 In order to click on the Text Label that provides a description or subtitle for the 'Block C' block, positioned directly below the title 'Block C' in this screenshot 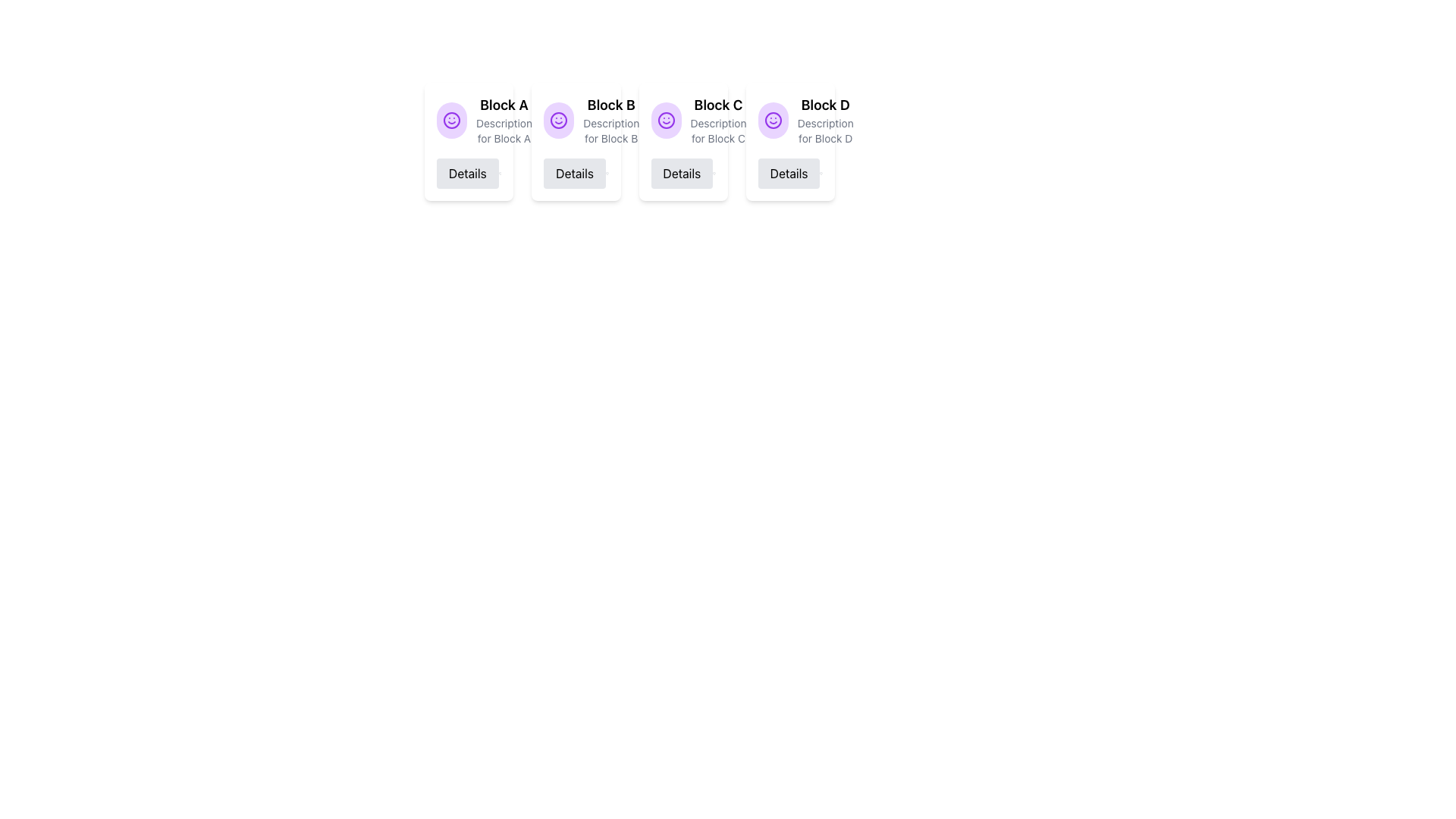, I will do `click(717, 130)`.